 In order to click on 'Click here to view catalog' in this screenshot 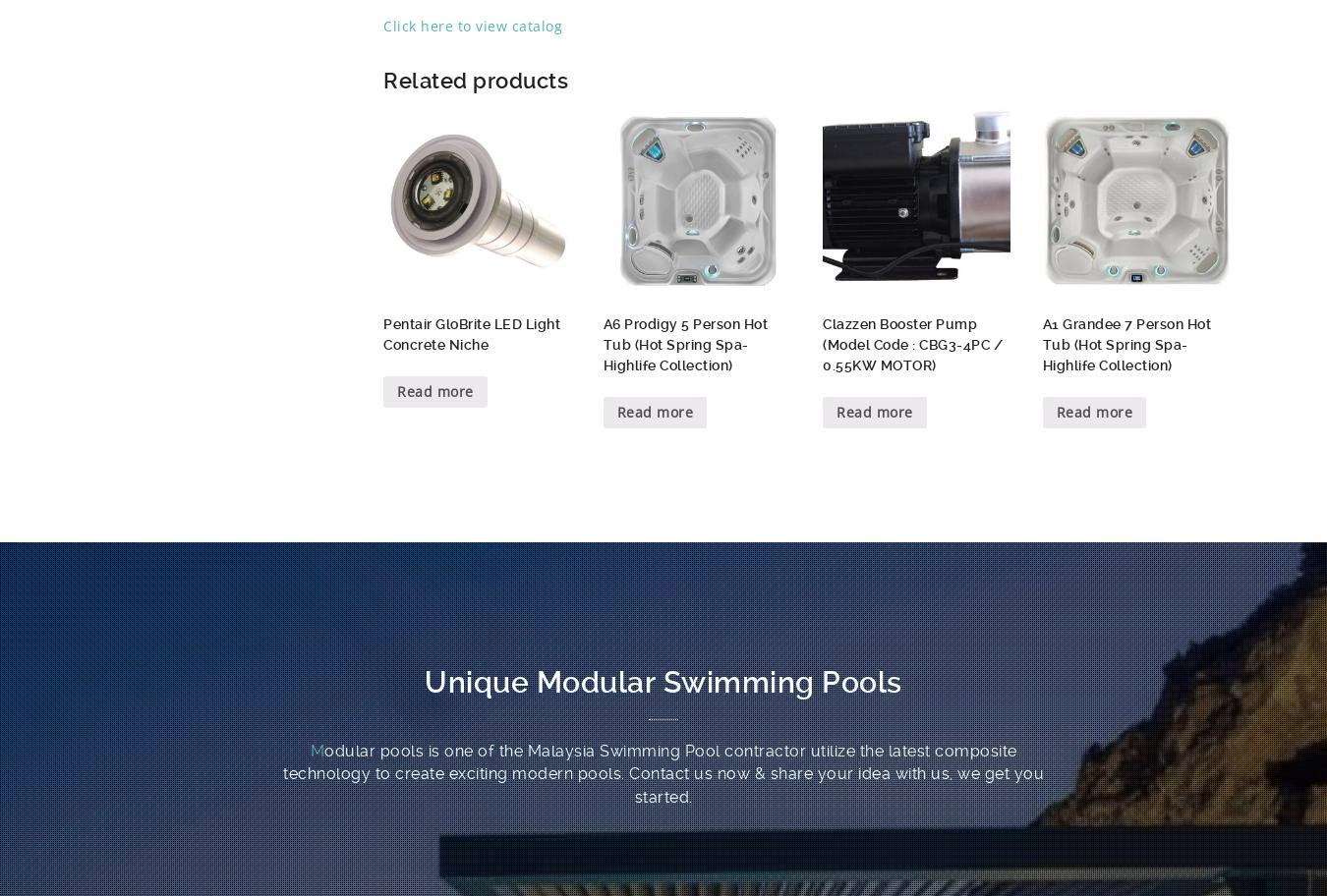, I will do `click(472, 25)`.